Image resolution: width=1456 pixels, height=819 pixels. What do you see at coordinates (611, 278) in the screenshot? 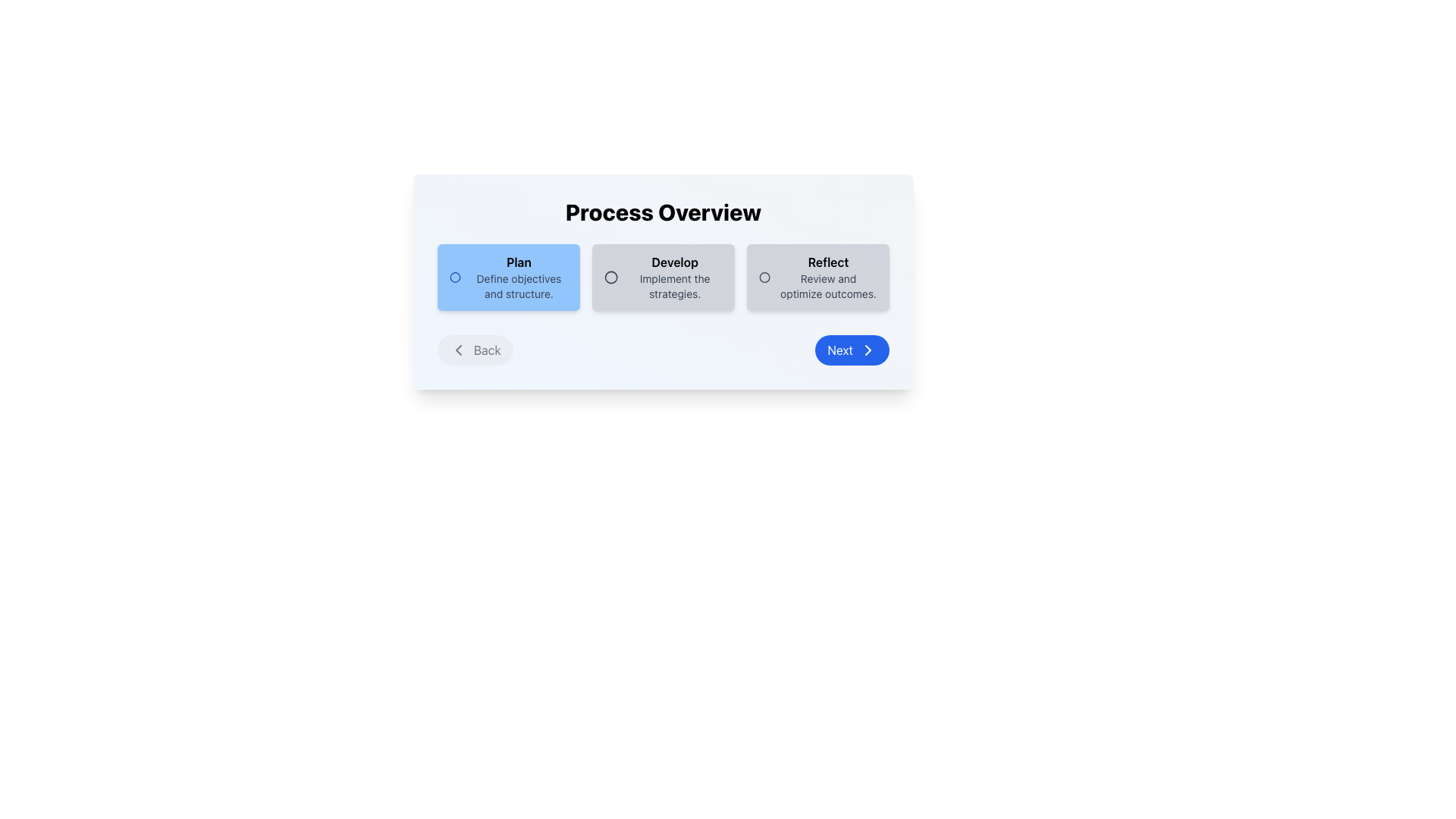
I see `the SVG Circle Element located in the center of the 'Develop' section` at bounding box center [611, 278].